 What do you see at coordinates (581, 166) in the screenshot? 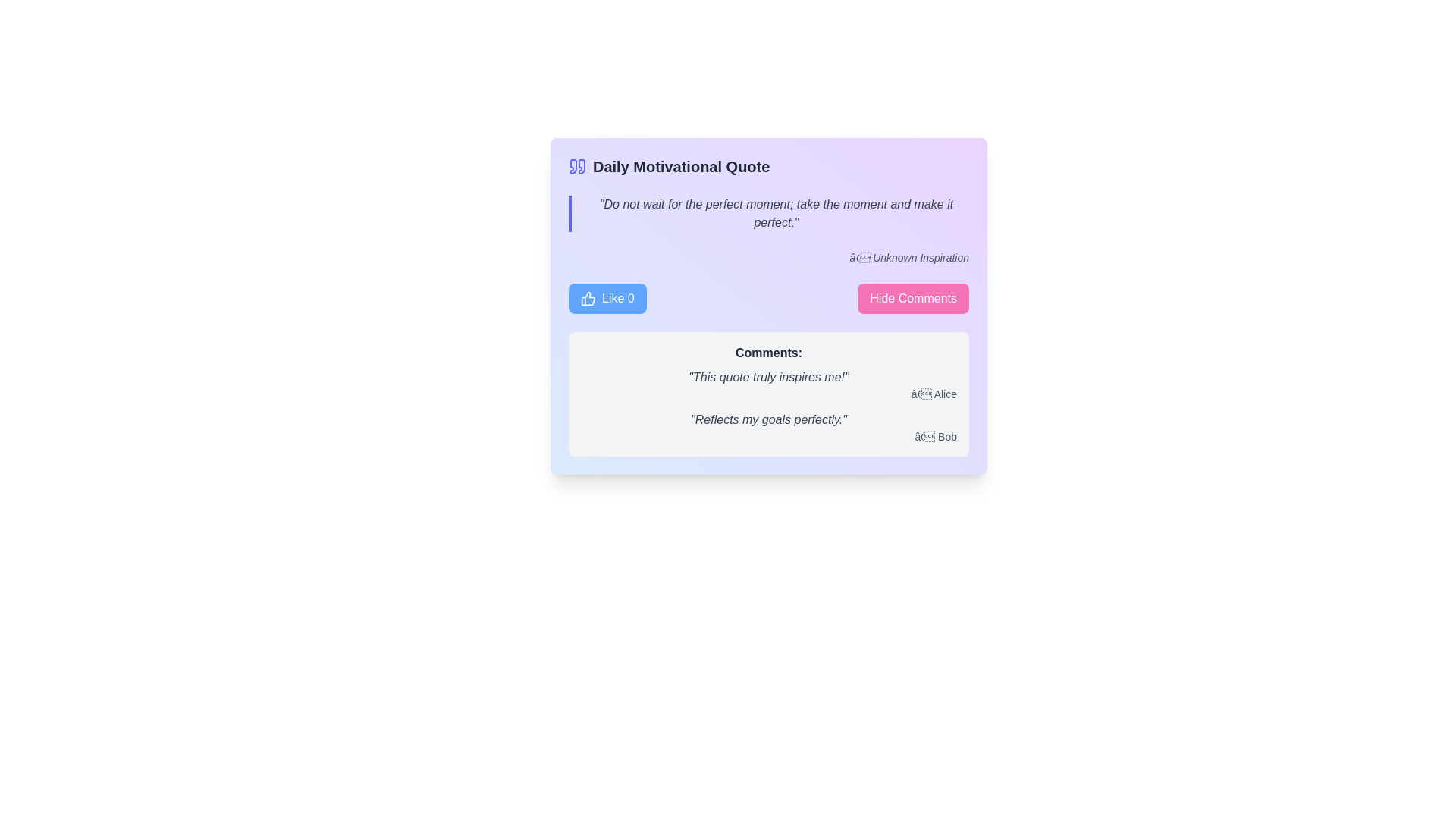
I see `the Icon component representing a double quote symbol that is part of a quote graphic, located next to the title text 'Daily Motivational Quote'` at bounding box center [581, 166].